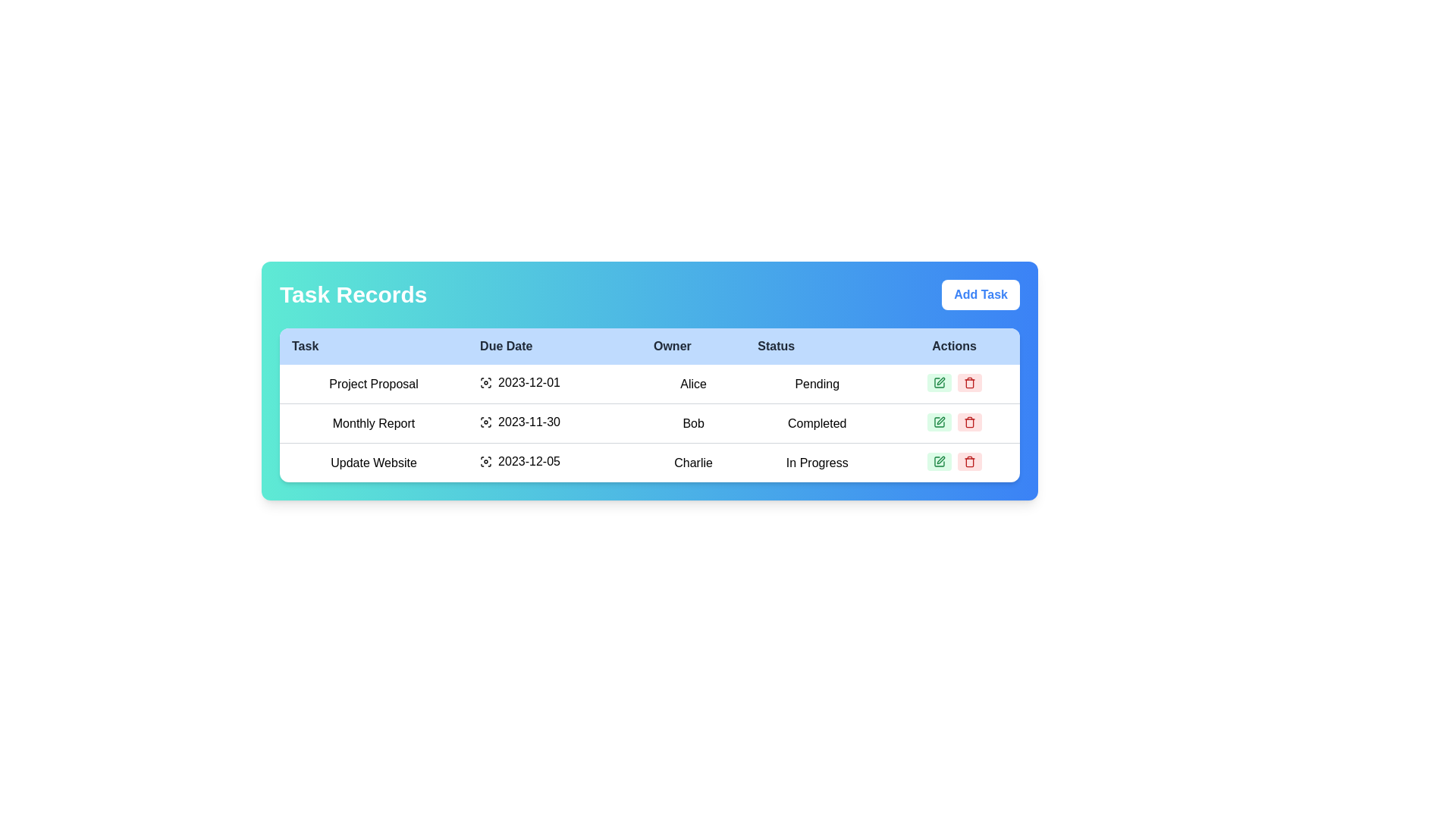  What do you see at coordinates (486, 382) in the screenshot?
I see `the small icon resembling a visual focus or target symbol located in the 'Due Date' column of the first row in the table to initiate an interactive action` at bounding box center [486, 382].